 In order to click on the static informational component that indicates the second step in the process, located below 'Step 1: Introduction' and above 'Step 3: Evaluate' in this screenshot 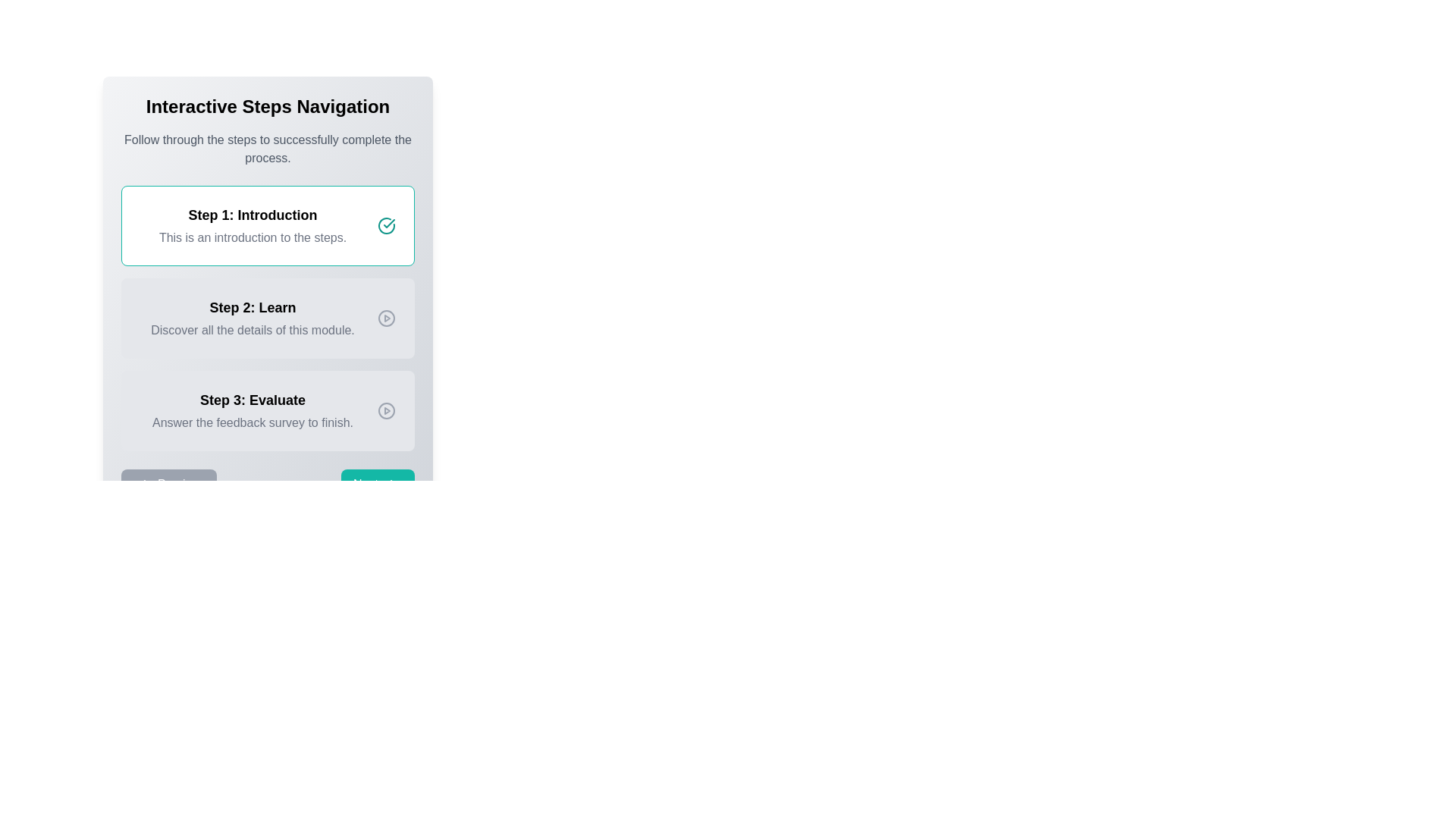, I will do `click(268, 318)`.